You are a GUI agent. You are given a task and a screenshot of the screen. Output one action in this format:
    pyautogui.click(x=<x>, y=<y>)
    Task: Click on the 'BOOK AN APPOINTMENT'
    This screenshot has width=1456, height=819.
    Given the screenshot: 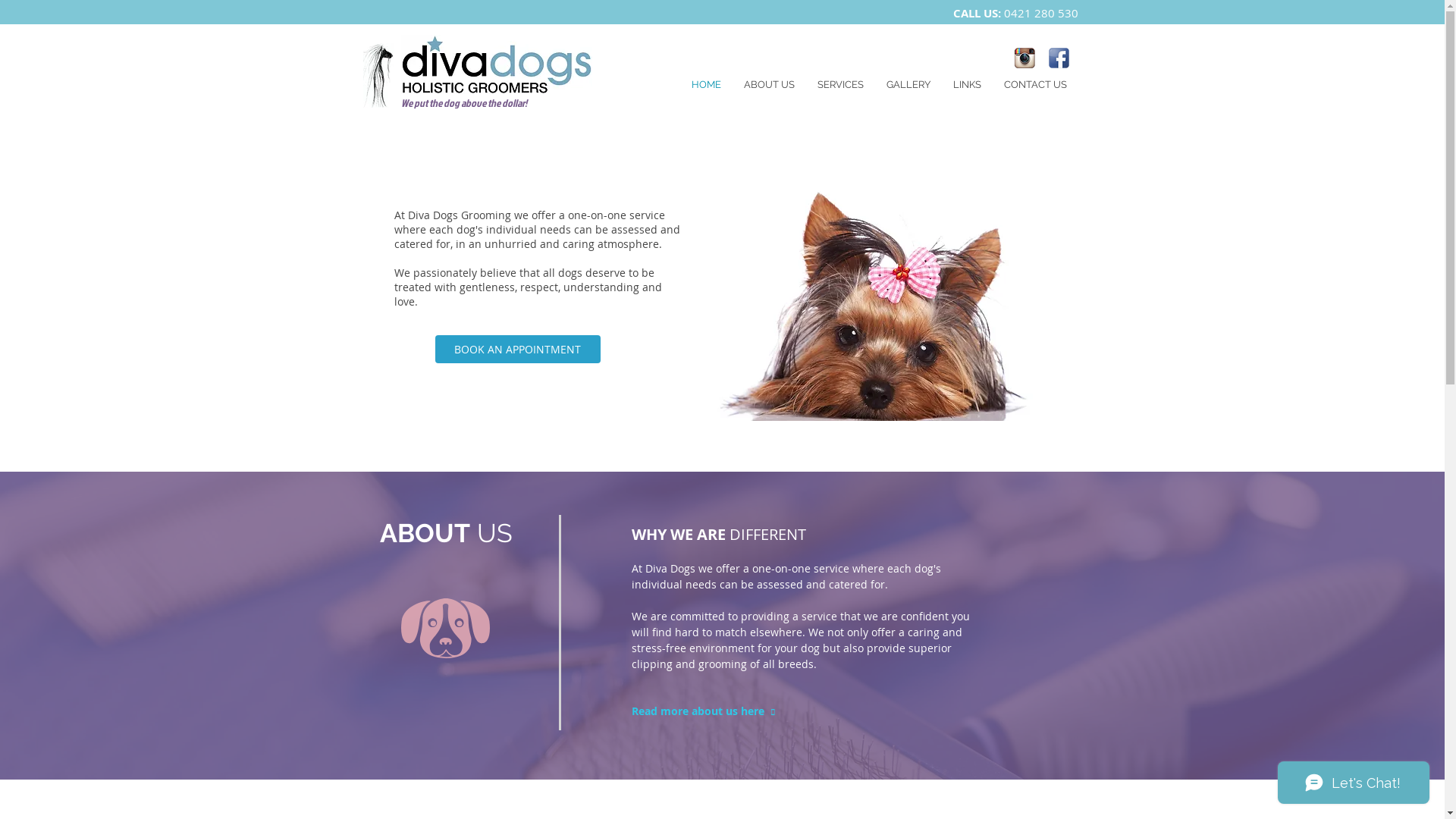 What is the action you would take?
    pyautogui.click(x=517, y=349)
    